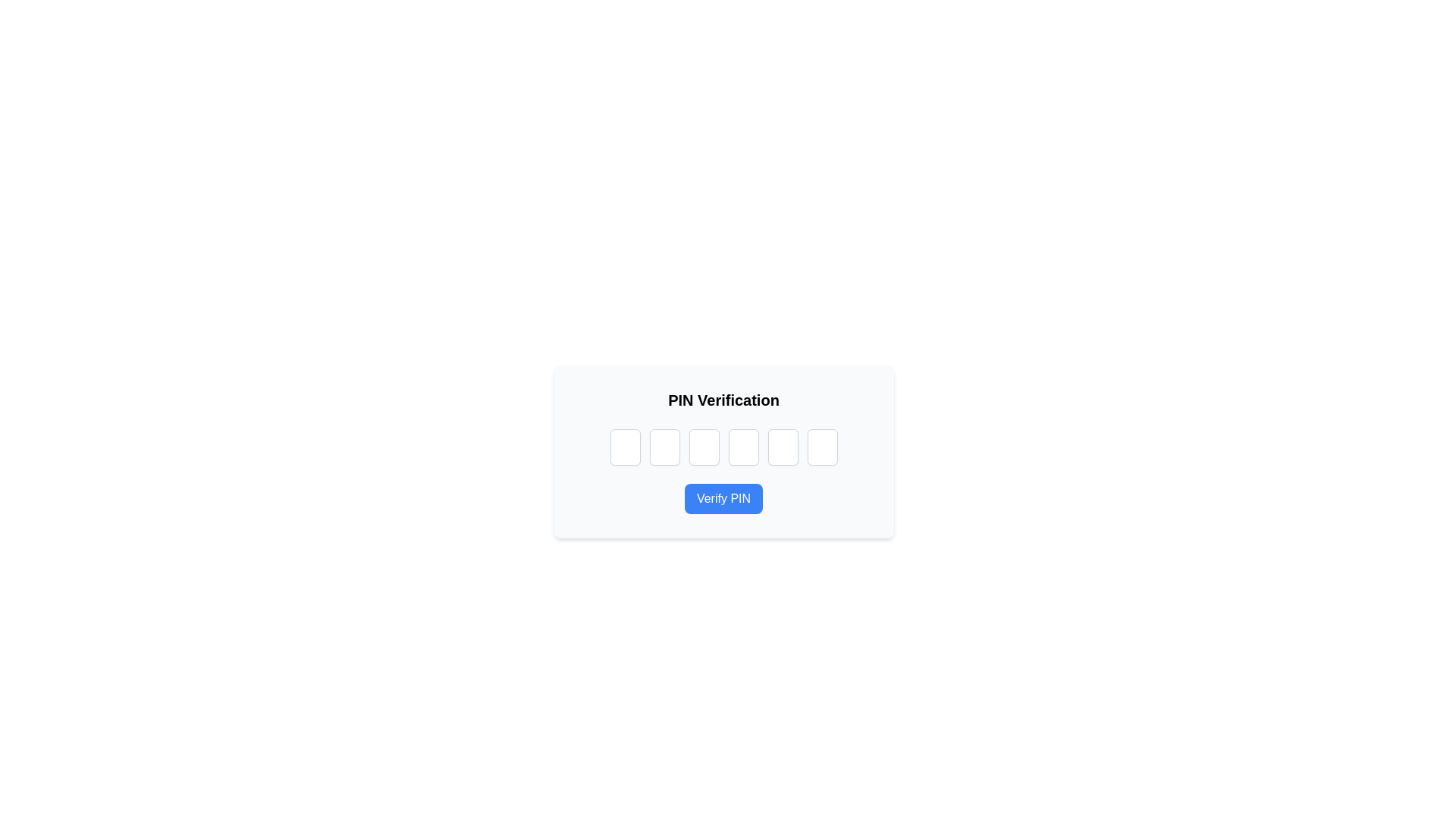 The width and height of the screenshot is (1456, 819). I want to click on the fourth input field in a series of six horizontally aligned fields to focus on it, so click(743, 447).